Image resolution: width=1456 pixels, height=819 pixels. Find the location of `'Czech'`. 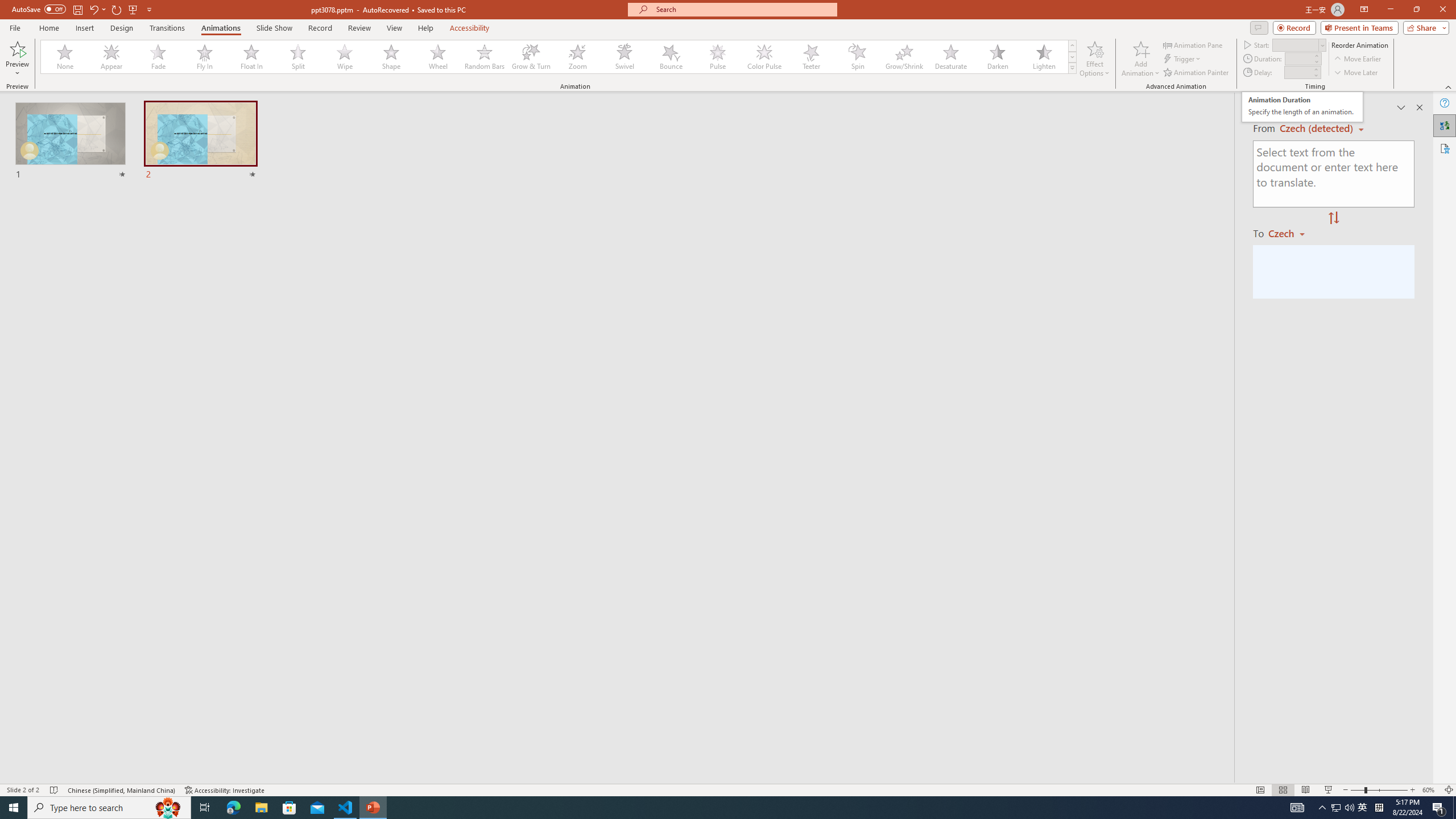

'Czech' is located at coordinates (1291, 233).